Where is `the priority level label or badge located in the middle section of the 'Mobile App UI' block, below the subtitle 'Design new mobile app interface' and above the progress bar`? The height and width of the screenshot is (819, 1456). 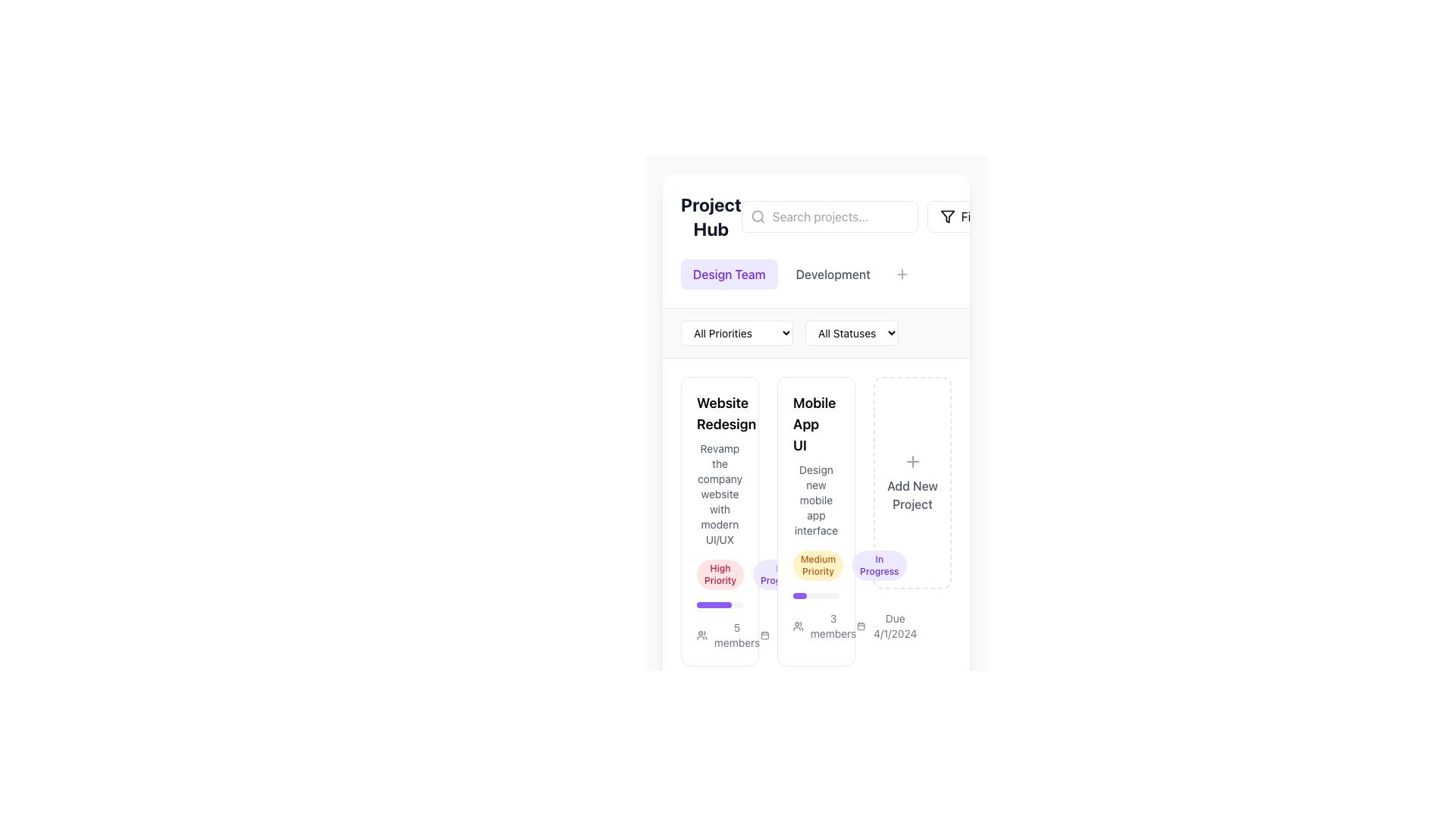 the priority level label or badge located in the middle section of the 'Mobile App UI' block, below the subtitle 'Design new mobile app interface' and above the progress bar is located at coordinates (815, 565).